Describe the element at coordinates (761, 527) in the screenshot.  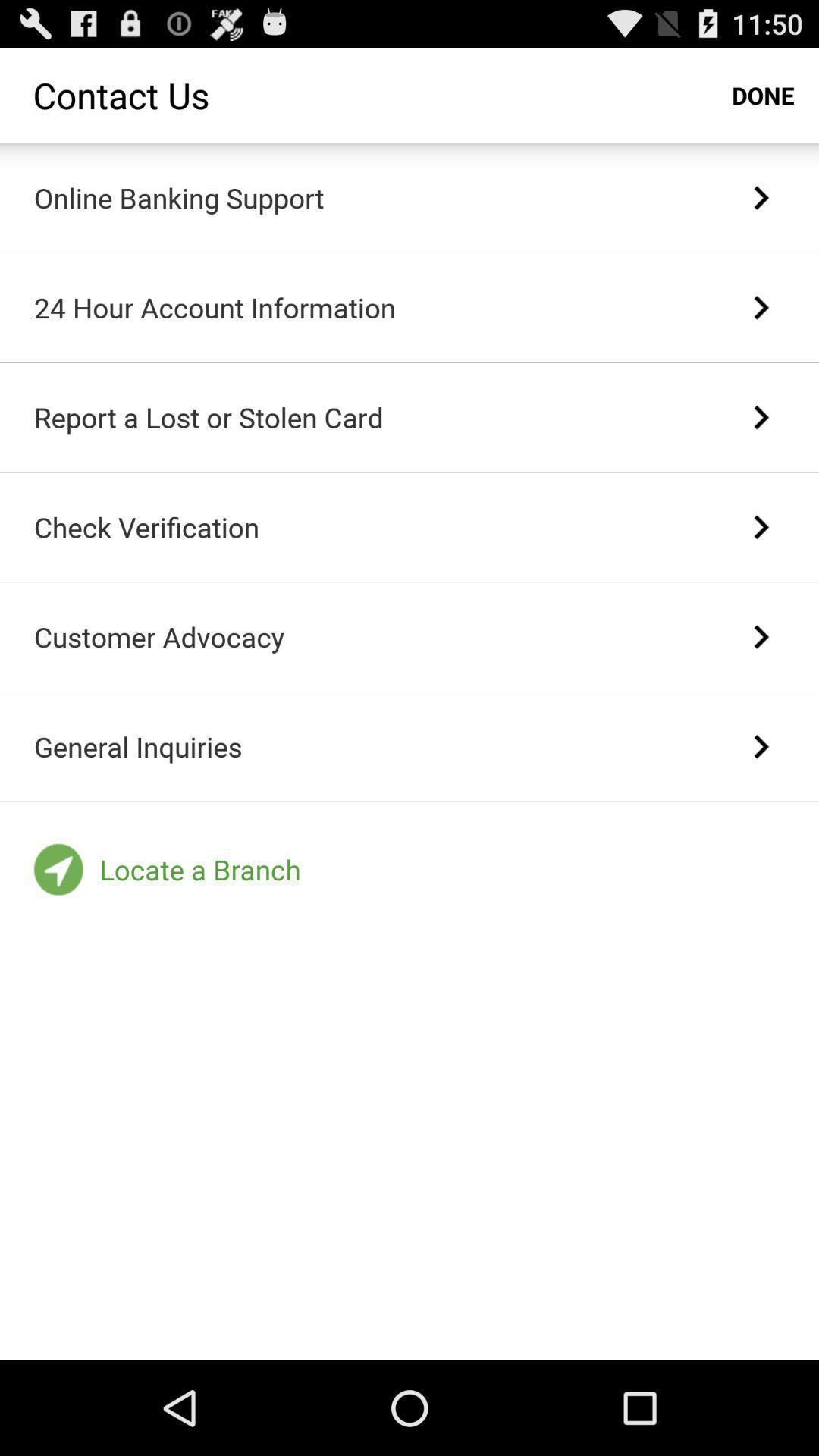
I see `the icon next to the check verification` at that location.